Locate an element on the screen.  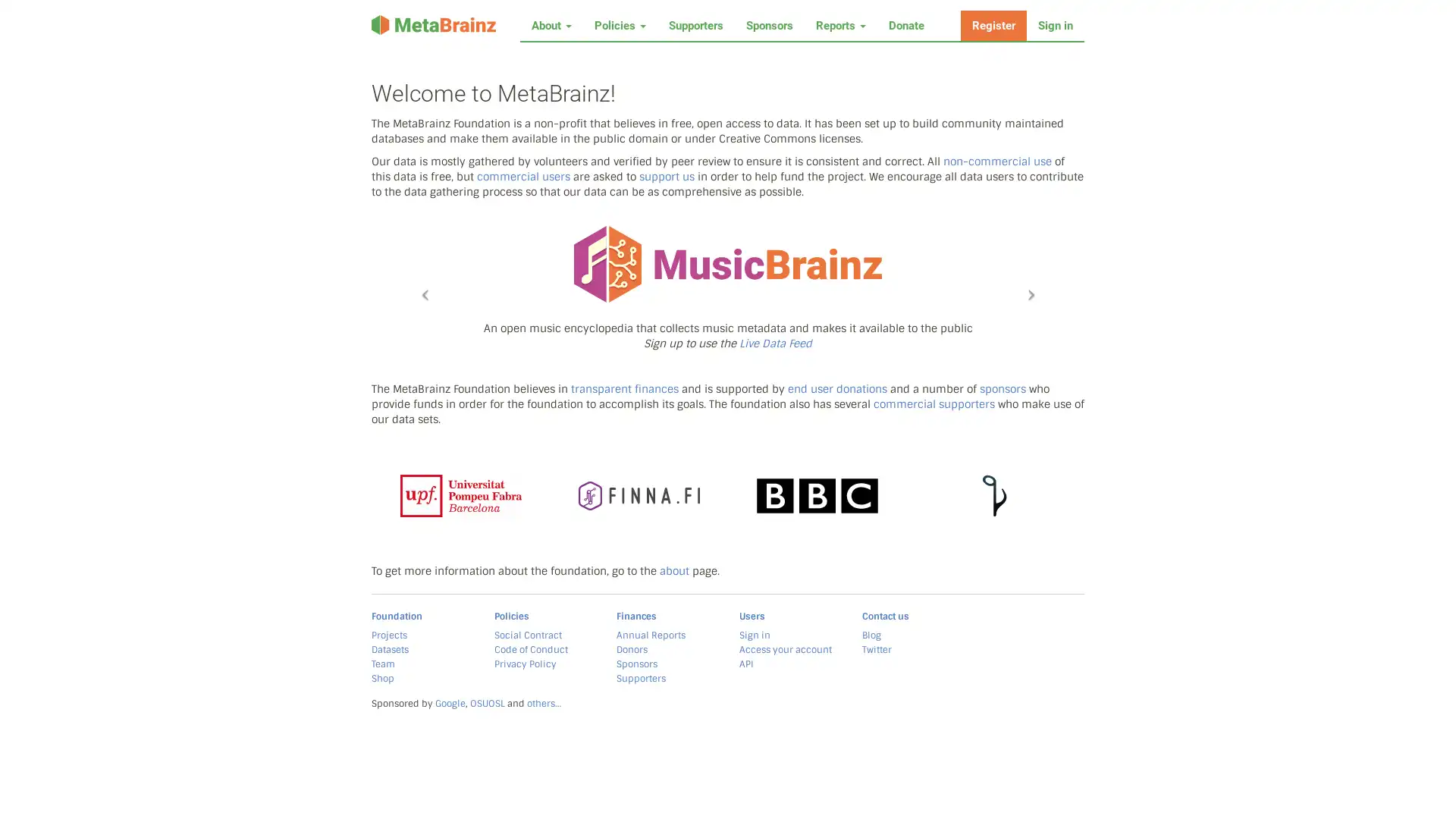
Next is located at coordinates (1031, 294).